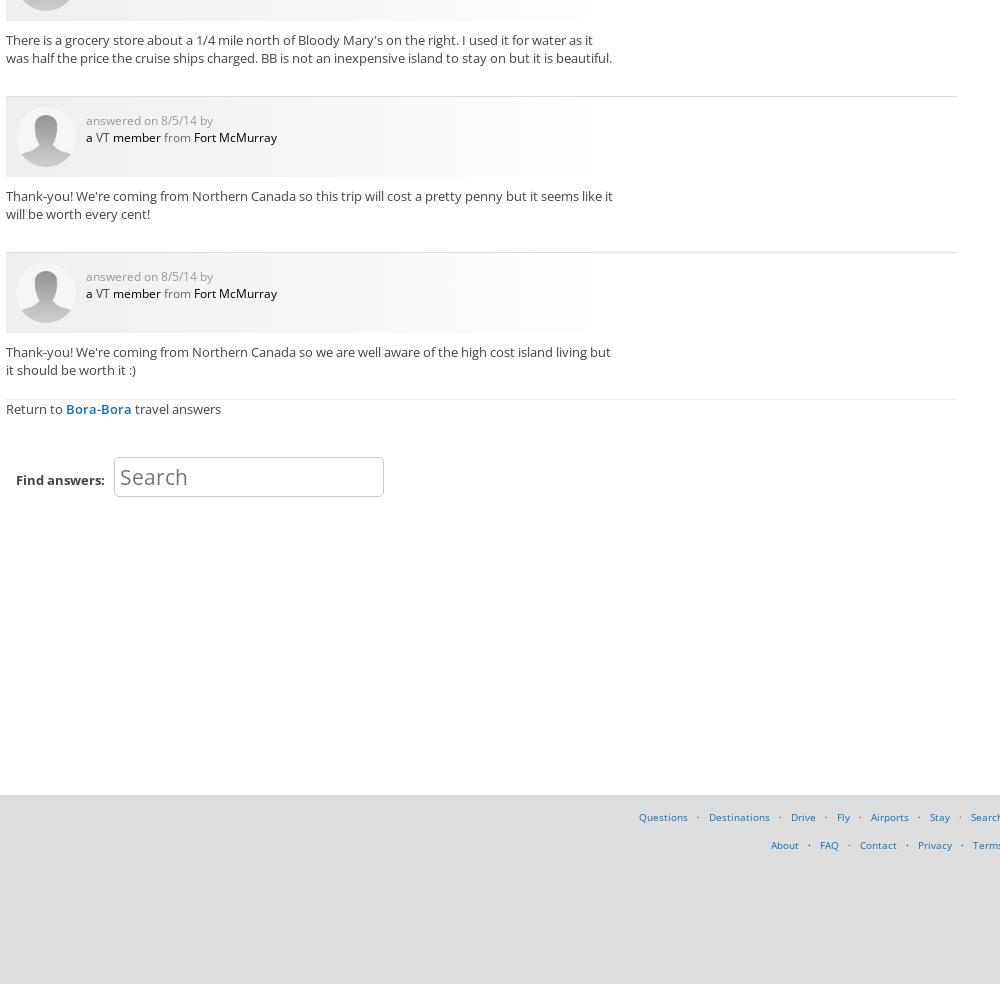  What do you see at coordinates (939, 815) in the screenshot?
I see `'Stay'` at bounding box center [939, 815].